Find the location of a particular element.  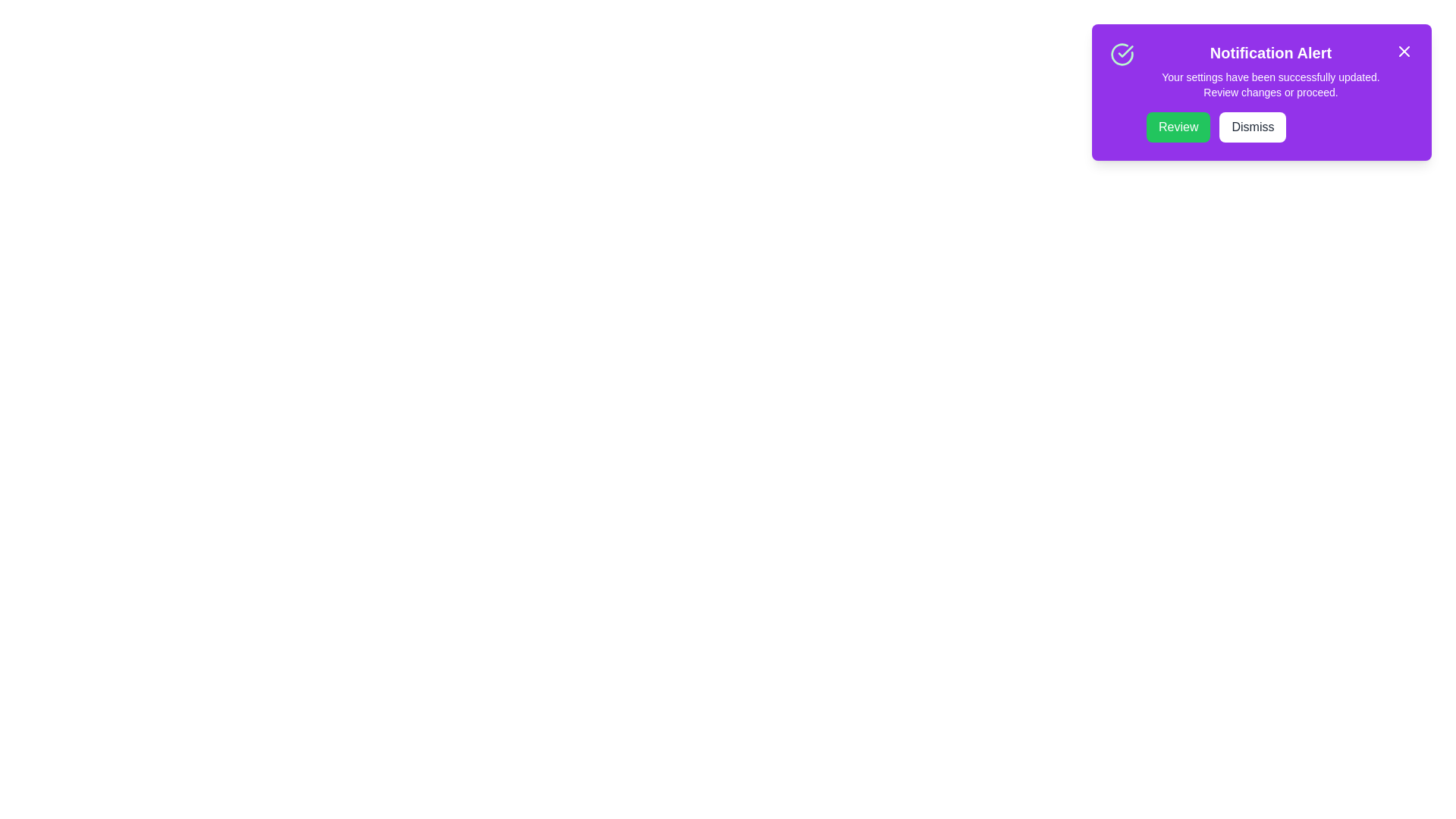

the 'Dismiss' button with a white background and rounded corners is located at coordinates (1253, 127).